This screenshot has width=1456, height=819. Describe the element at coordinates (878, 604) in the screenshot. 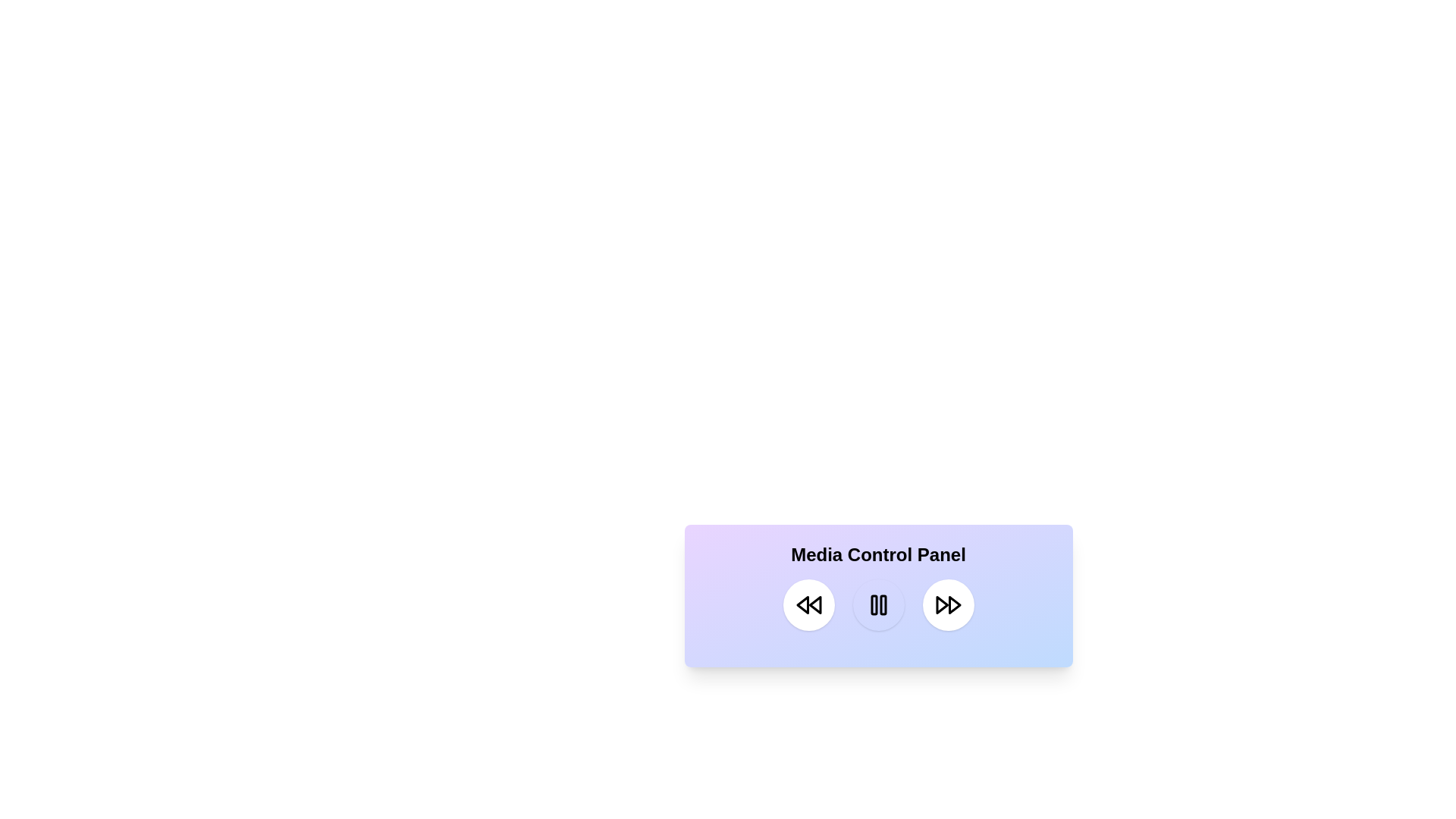

I see `the pause button located at the center of the media control panel` at that location.